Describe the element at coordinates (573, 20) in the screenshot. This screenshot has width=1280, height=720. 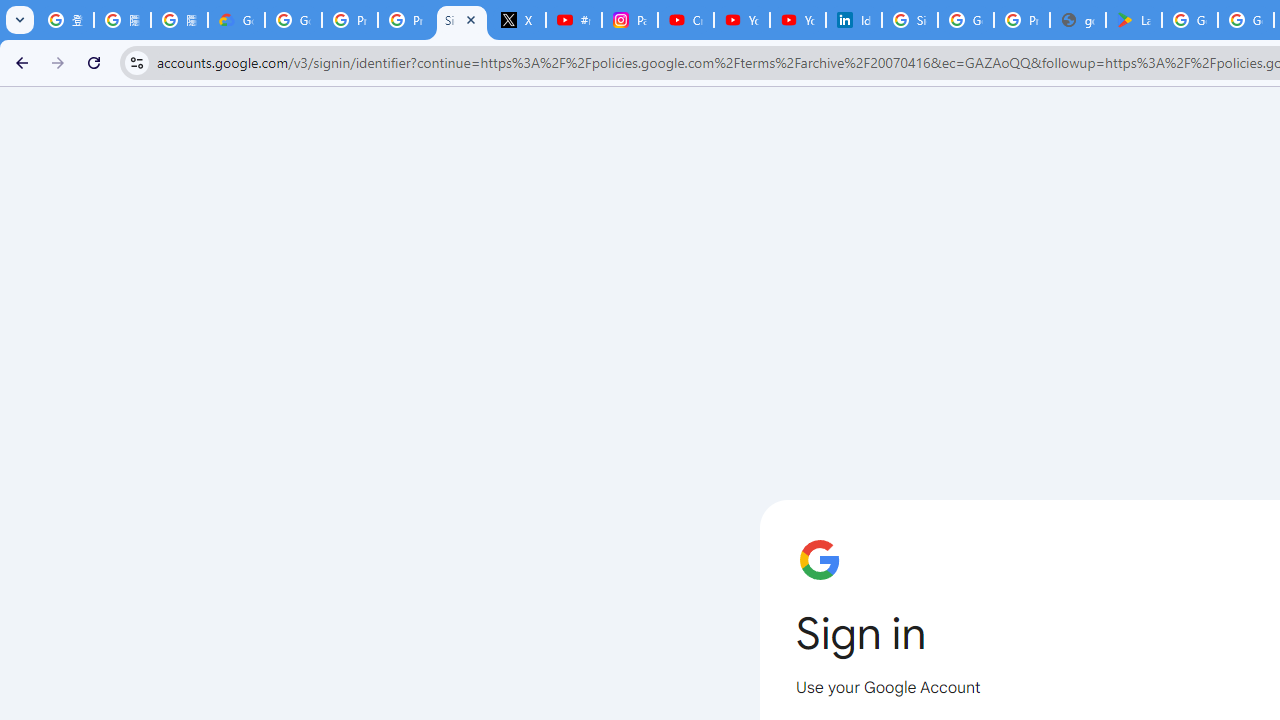
I see `'#nbabasketballhighlights - YouTube'` at that location.